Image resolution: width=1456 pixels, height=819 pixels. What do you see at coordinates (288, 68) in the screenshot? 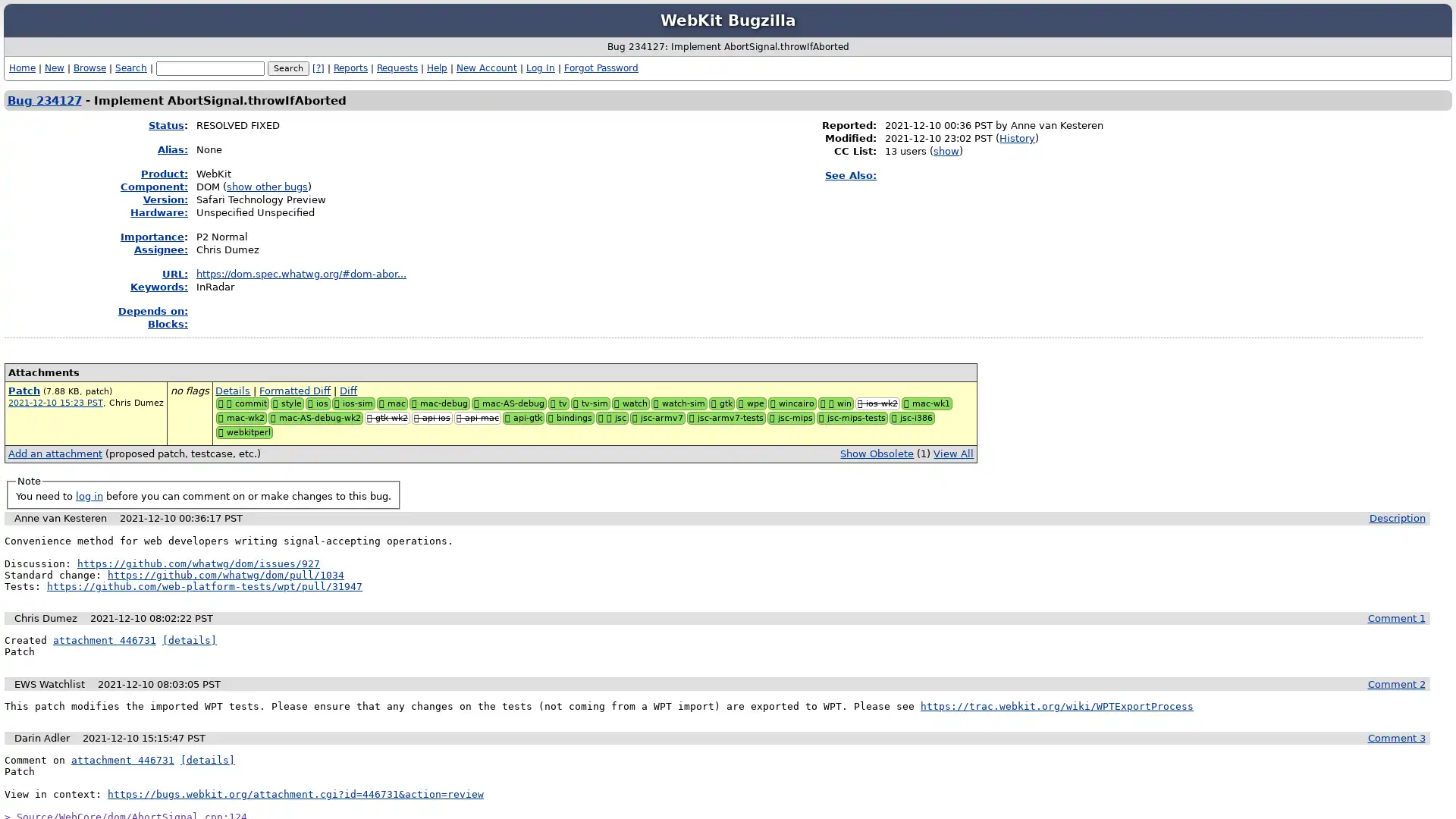
I see `Search` at bounding box center [288, 68].